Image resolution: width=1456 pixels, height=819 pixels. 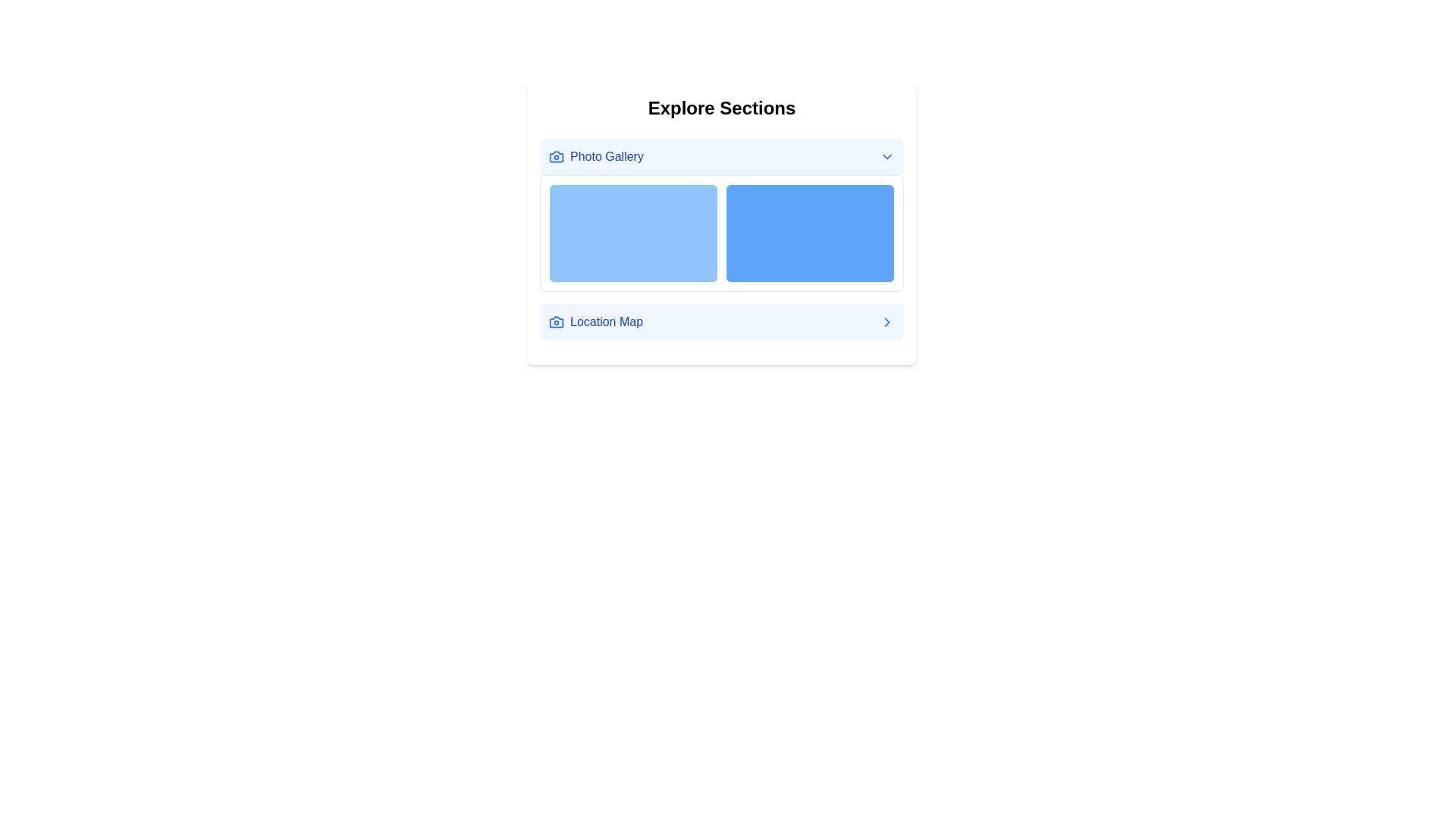 I want to click on keyboard navigation, so click(x=887, y=321).